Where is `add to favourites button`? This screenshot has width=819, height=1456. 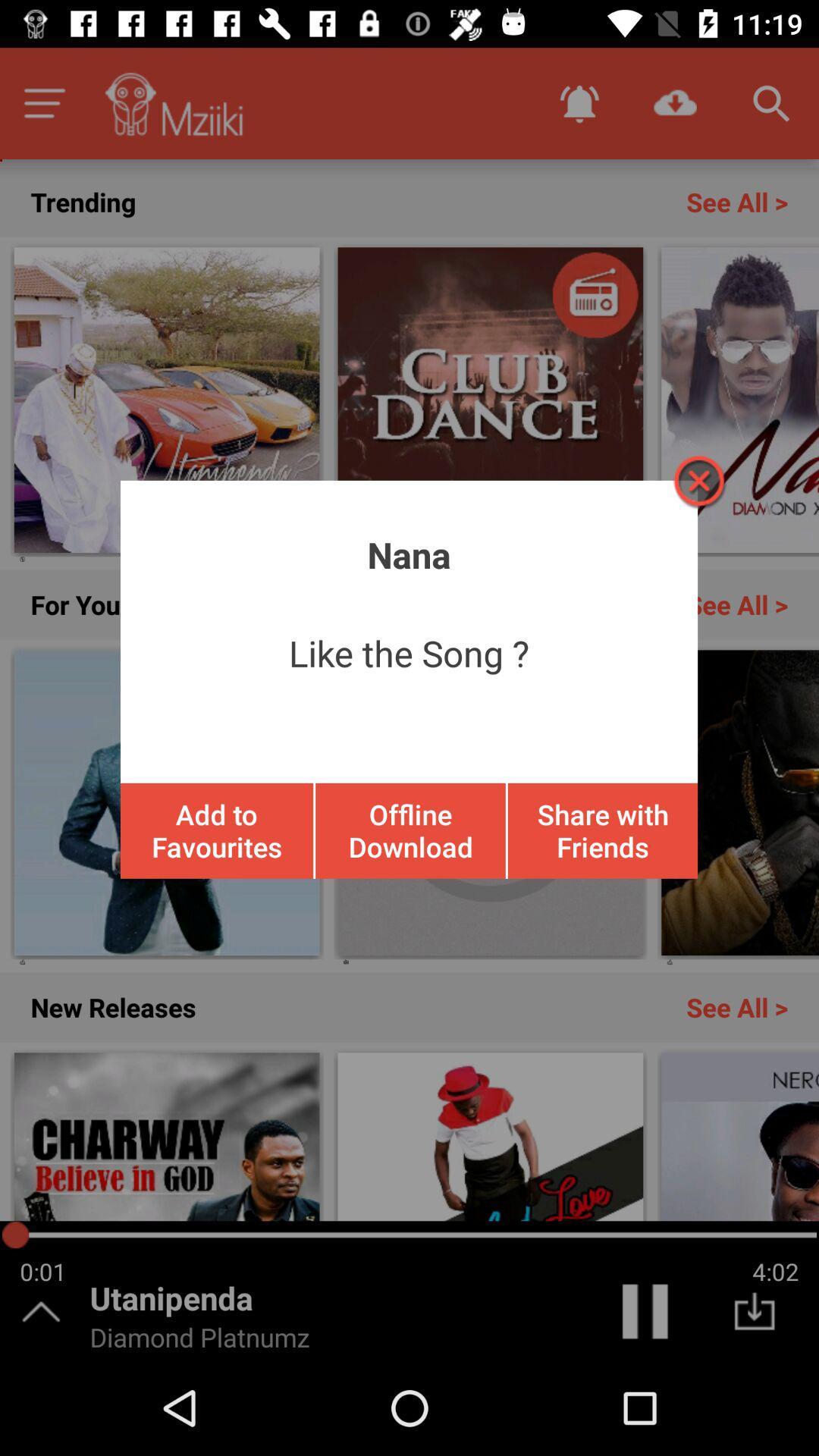 add to favourites button is located at coordinates (217, 830).